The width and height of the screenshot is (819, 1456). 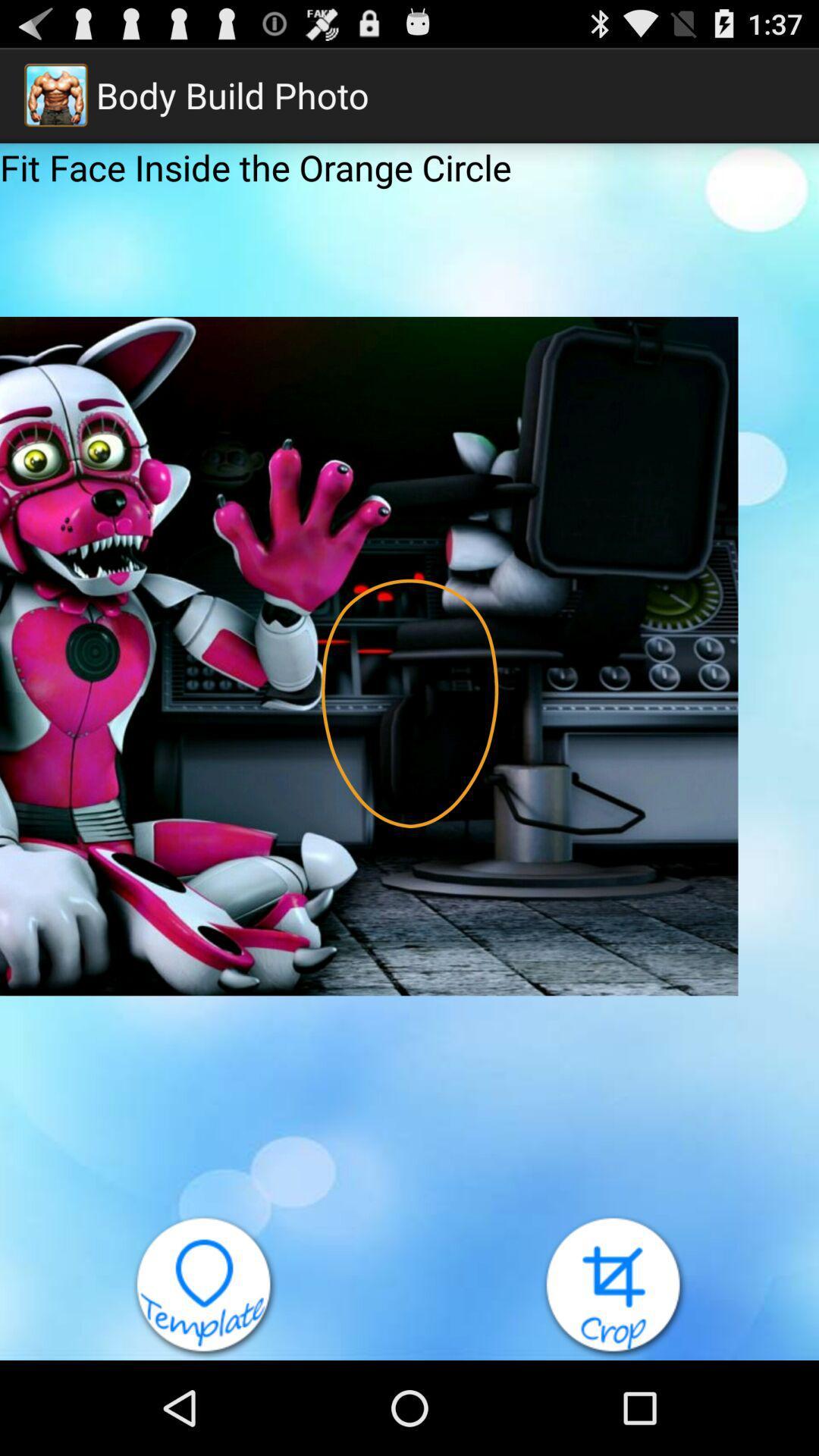 I want to click on the icon at the bottom right corner, so click(x=614, y=1286).